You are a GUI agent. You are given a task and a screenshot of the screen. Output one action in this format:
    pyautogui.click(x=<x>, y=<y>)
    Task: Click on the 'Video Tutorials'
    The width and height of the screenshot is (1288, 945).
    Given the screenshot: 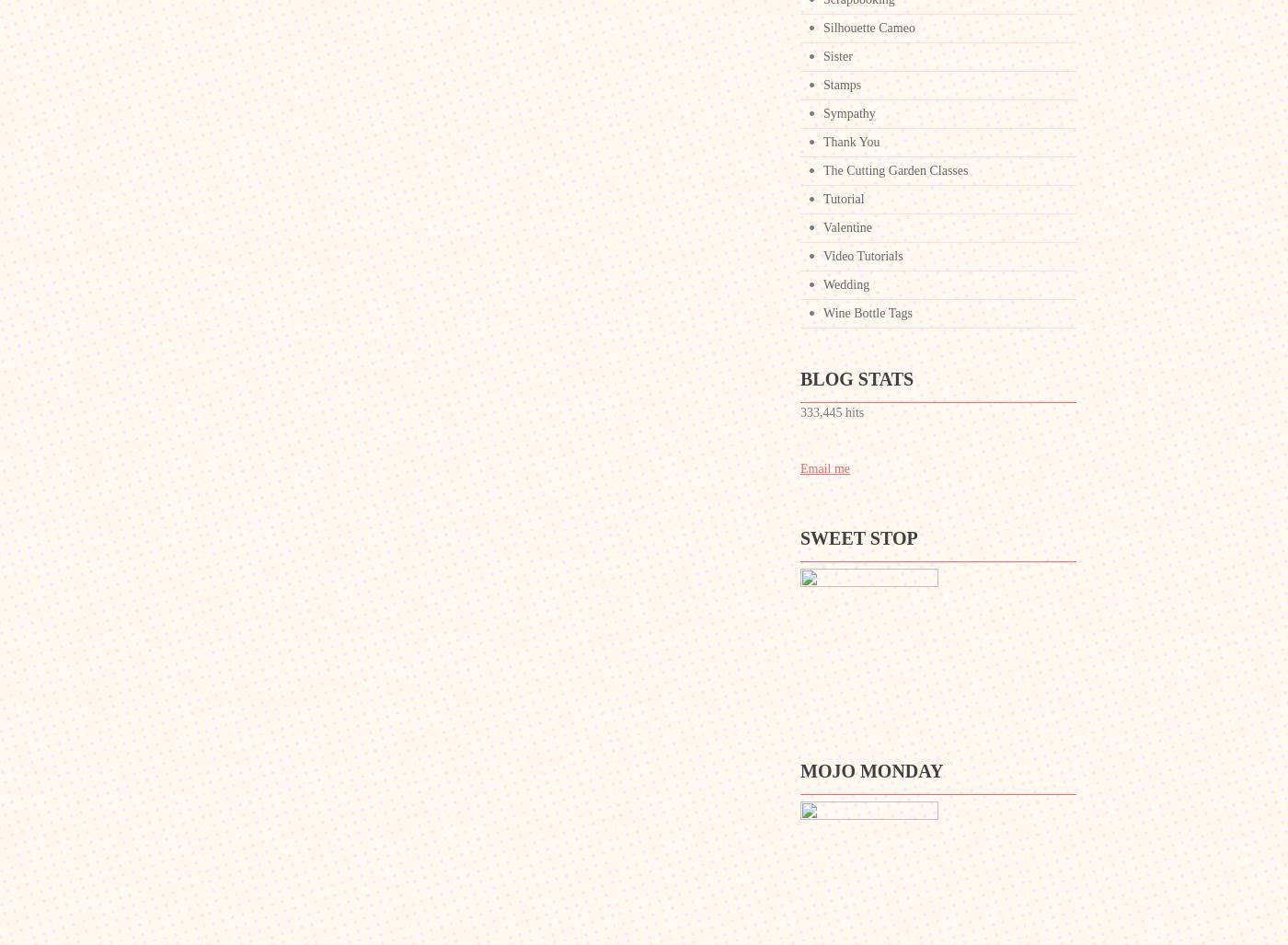 What is the action you would take?
    pyautogui.click(x=863, y=256)
    